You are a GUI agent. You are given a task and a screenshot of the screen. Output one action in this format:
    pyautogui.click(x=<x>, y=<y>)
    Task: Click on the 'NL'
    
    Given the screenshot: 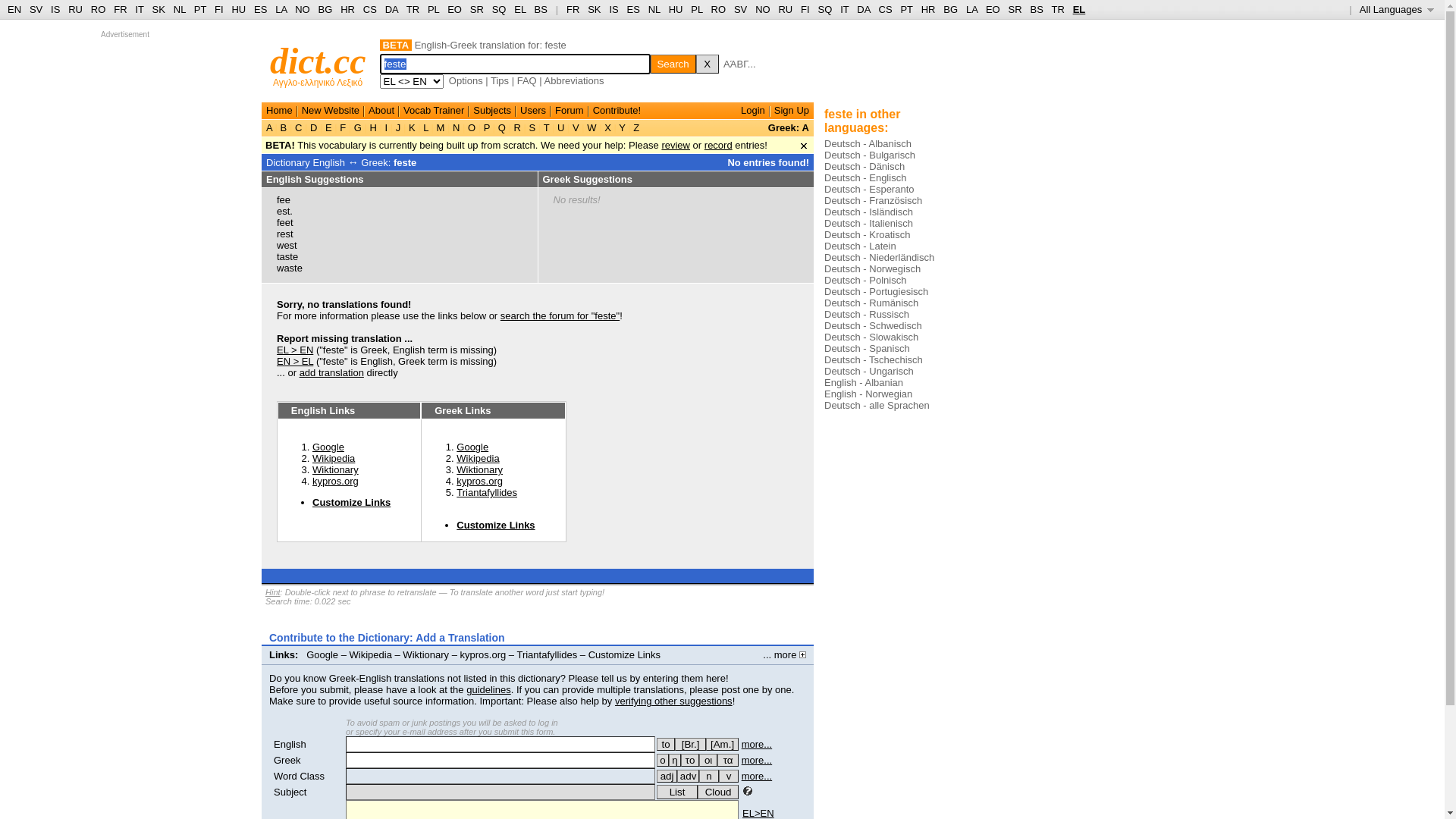 What is the action you would take?
    pyautogui.click(x=654, y=9)
    